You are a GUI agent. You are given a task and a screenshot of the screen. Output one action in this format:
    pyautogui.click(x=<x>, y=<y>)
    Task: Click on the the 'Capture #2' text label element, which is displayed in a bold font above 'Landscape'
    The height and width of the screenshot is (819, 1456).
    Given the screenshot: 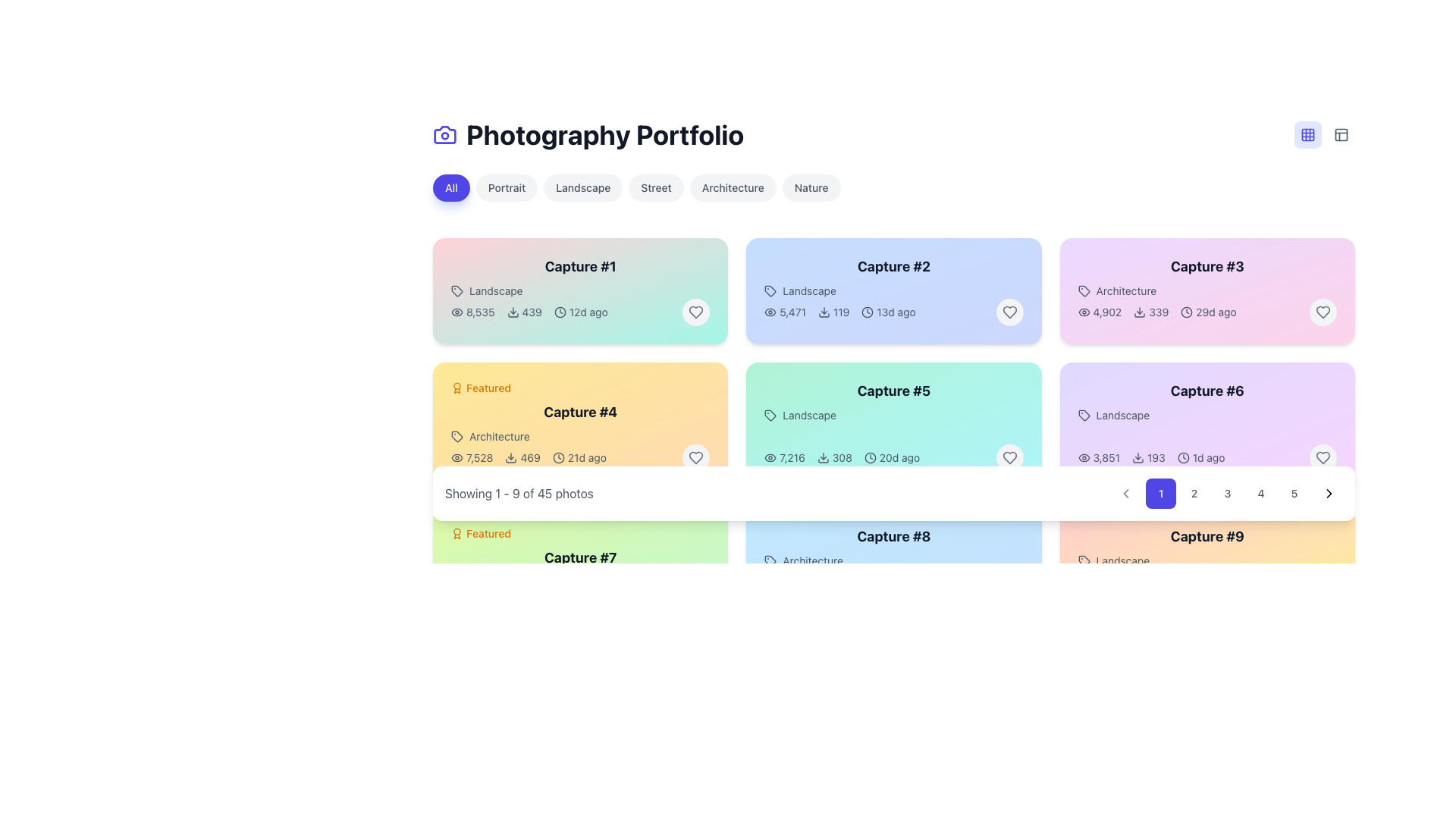 What is the action you would take?
    pyautogui.click(x=894, y=278)
    